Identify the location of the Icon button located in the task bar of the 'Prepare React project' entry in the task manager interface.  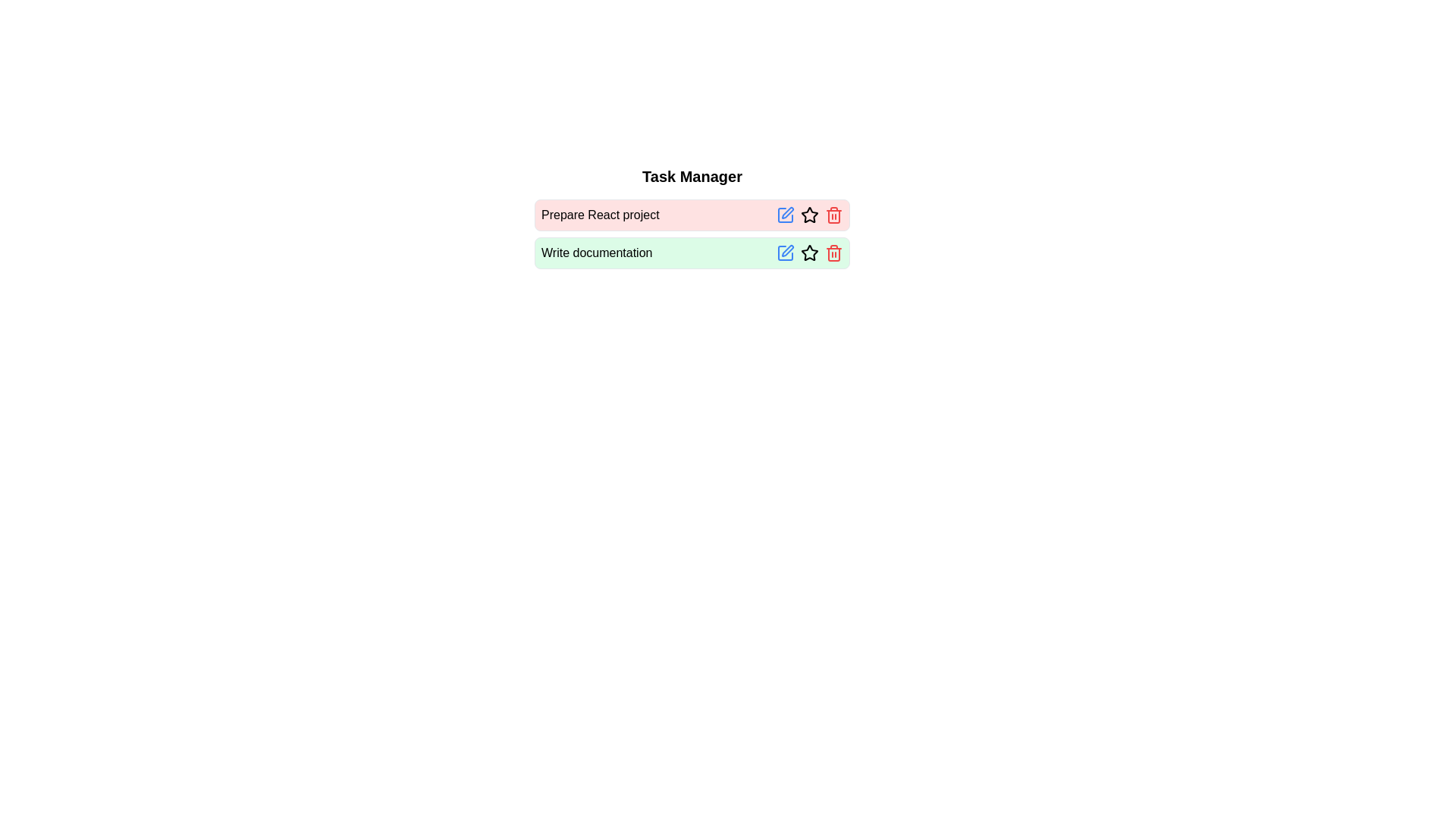
(809, 215).